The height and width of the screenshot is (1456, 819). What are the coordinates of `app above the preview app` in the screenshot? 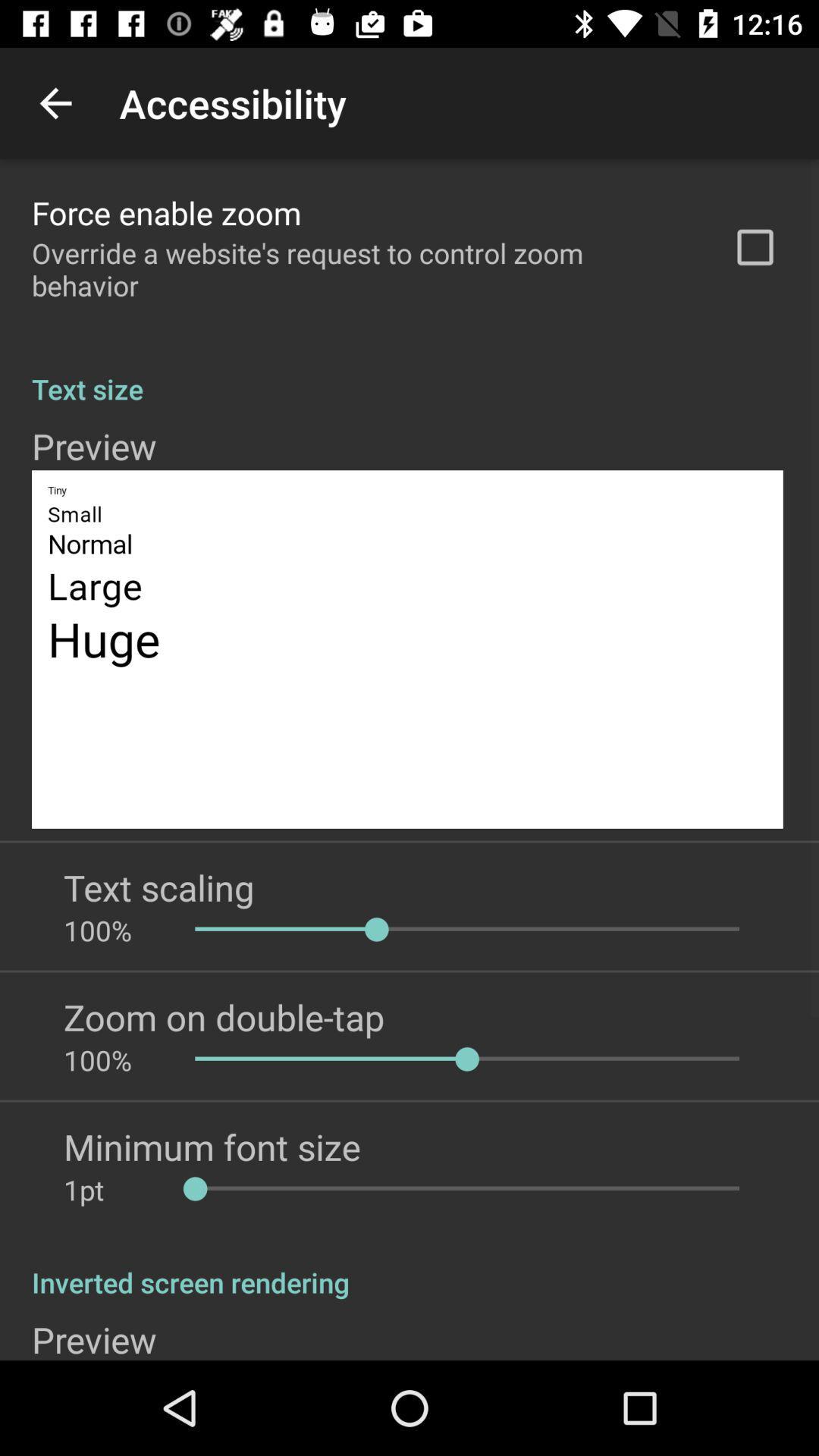 It's located at (409, 1266).